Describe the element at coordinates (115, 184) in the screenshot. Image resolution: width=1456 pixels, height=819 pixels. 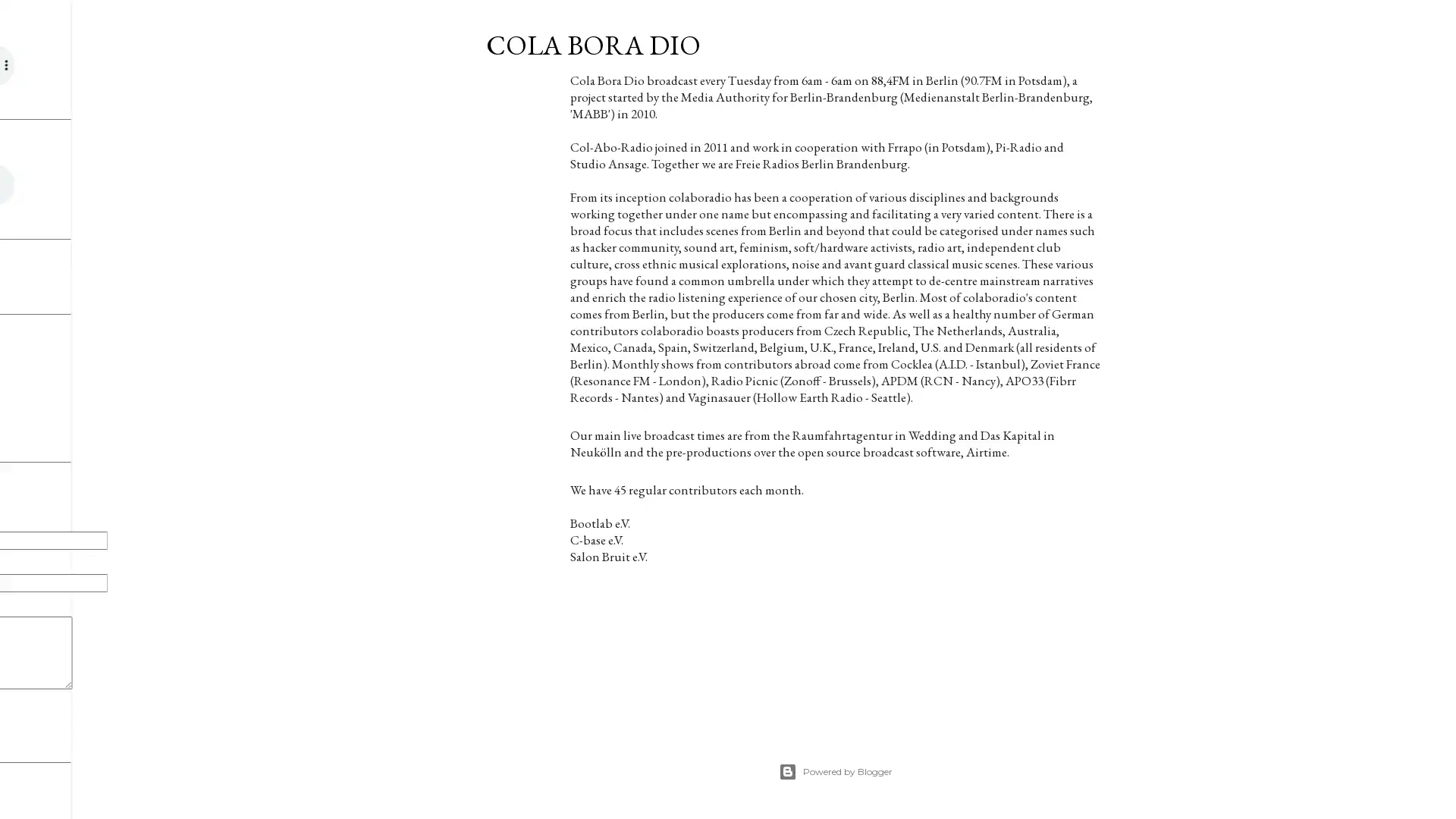
I see `mute` at that location.